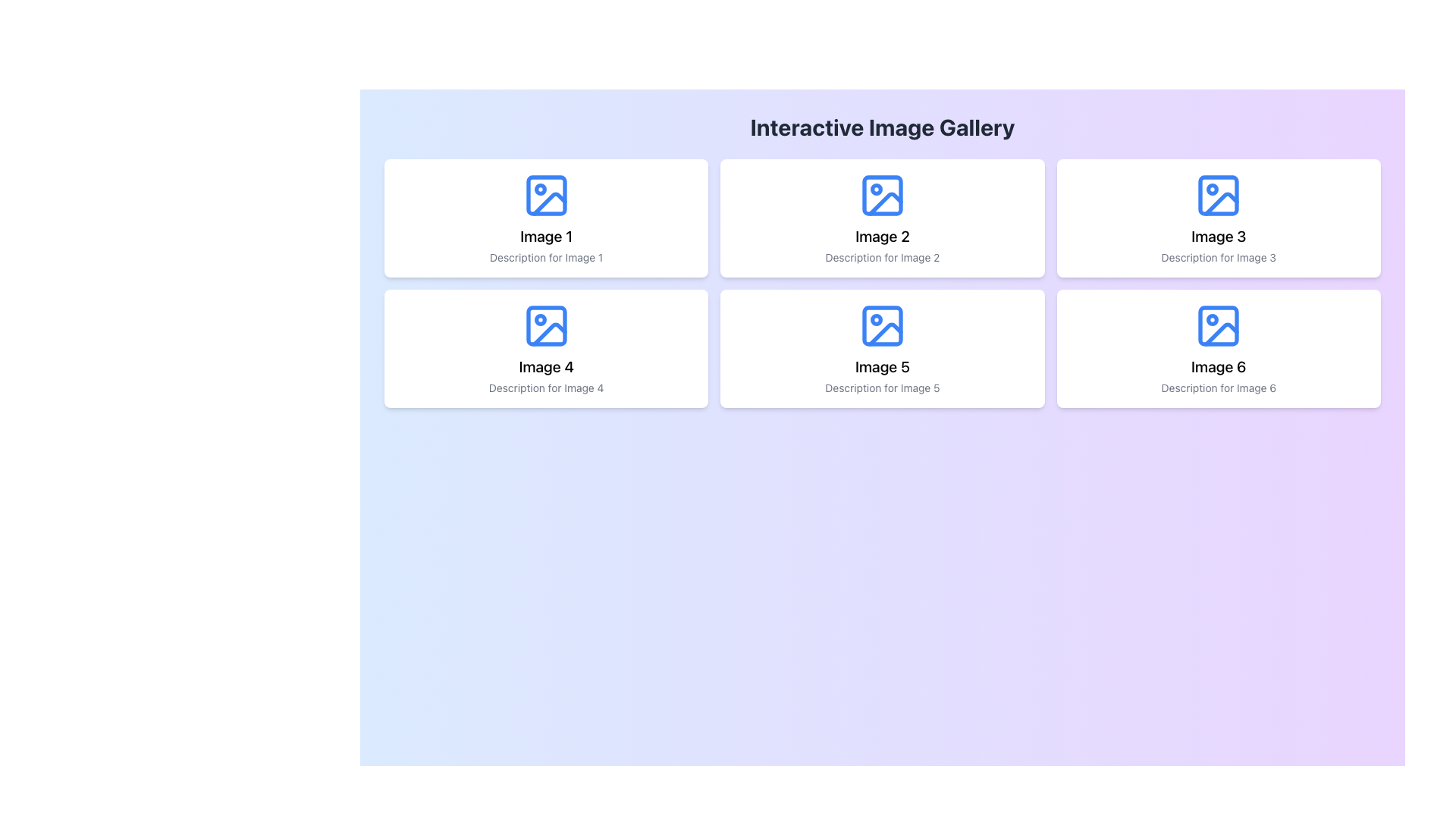 This screenshot has height=819, width=1456. Describe the element at coordinates (882, 366) in the screenshot. I see `text of the Text Label positioned at the center of the fifth box in the gallery interface, which serves as a title or identifier for the associated image and description` at that location.